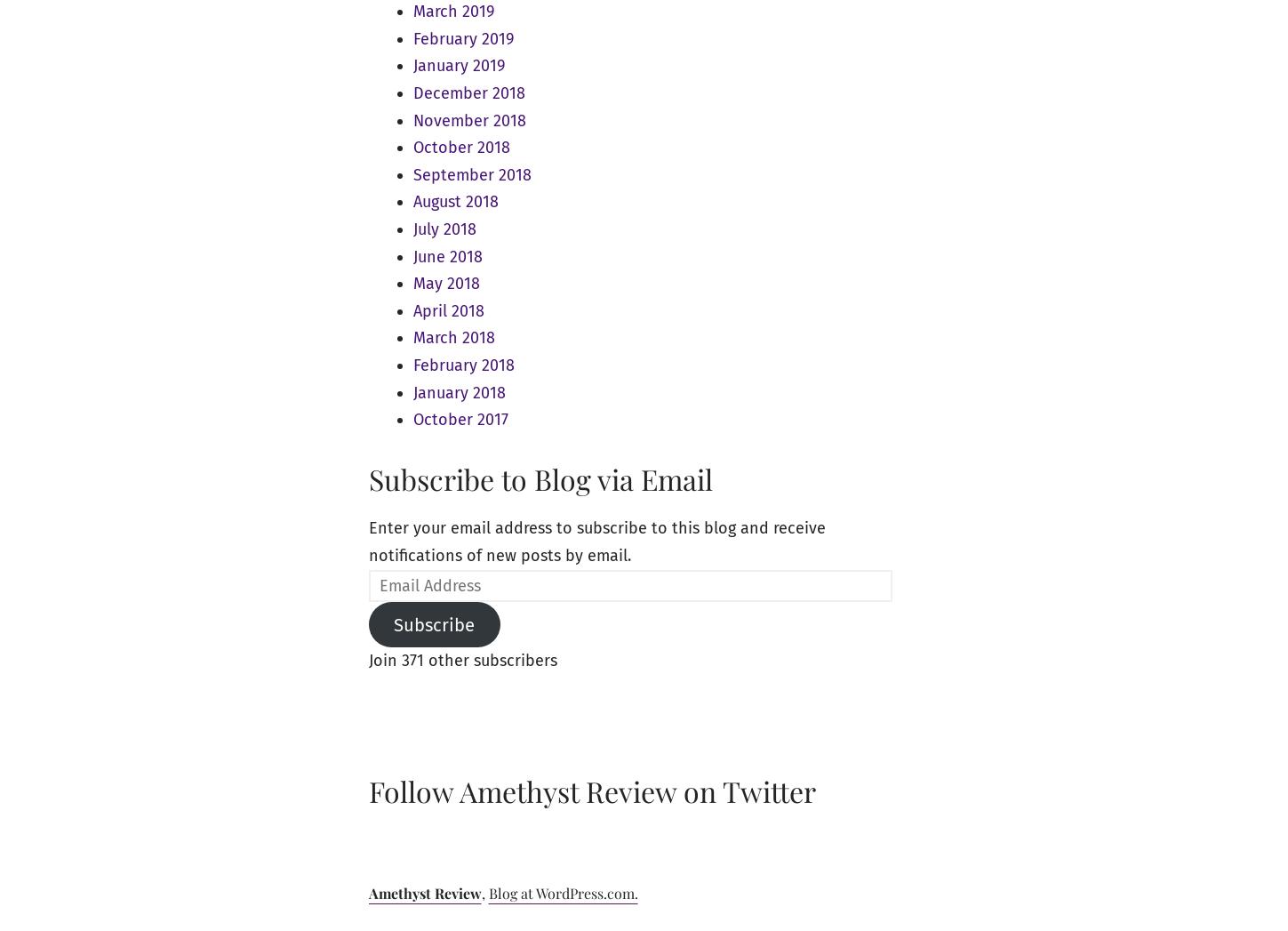 Image resolution: width=1288 pixels, height=931 pixels. I want to click on 'February 2019', so click(461, 37).